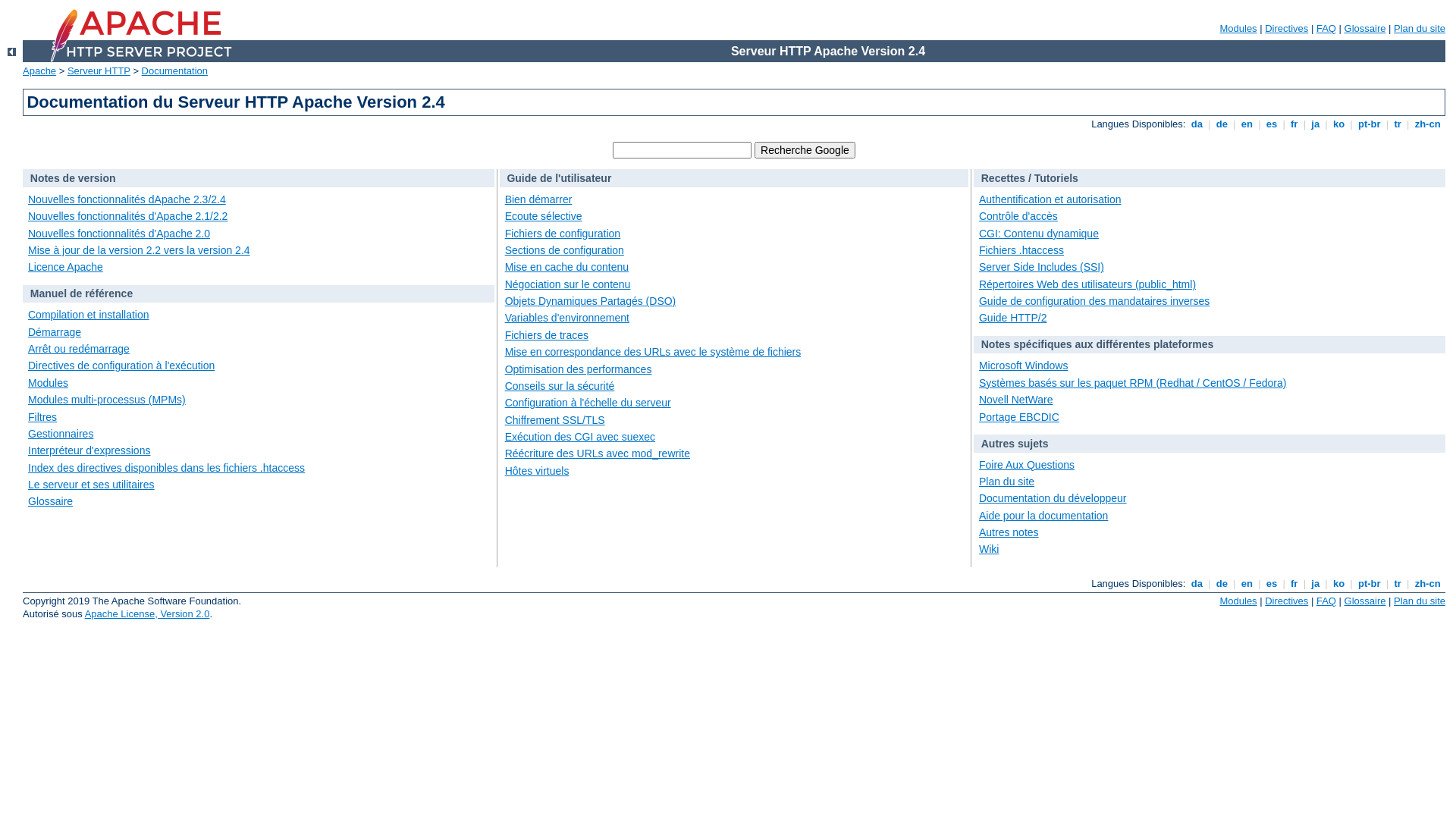 The width and height of the screenshot is (1456, 819). Describe the element at coordinates (1325, 28) in the screenshot. I see `'FAQ'` at that location.